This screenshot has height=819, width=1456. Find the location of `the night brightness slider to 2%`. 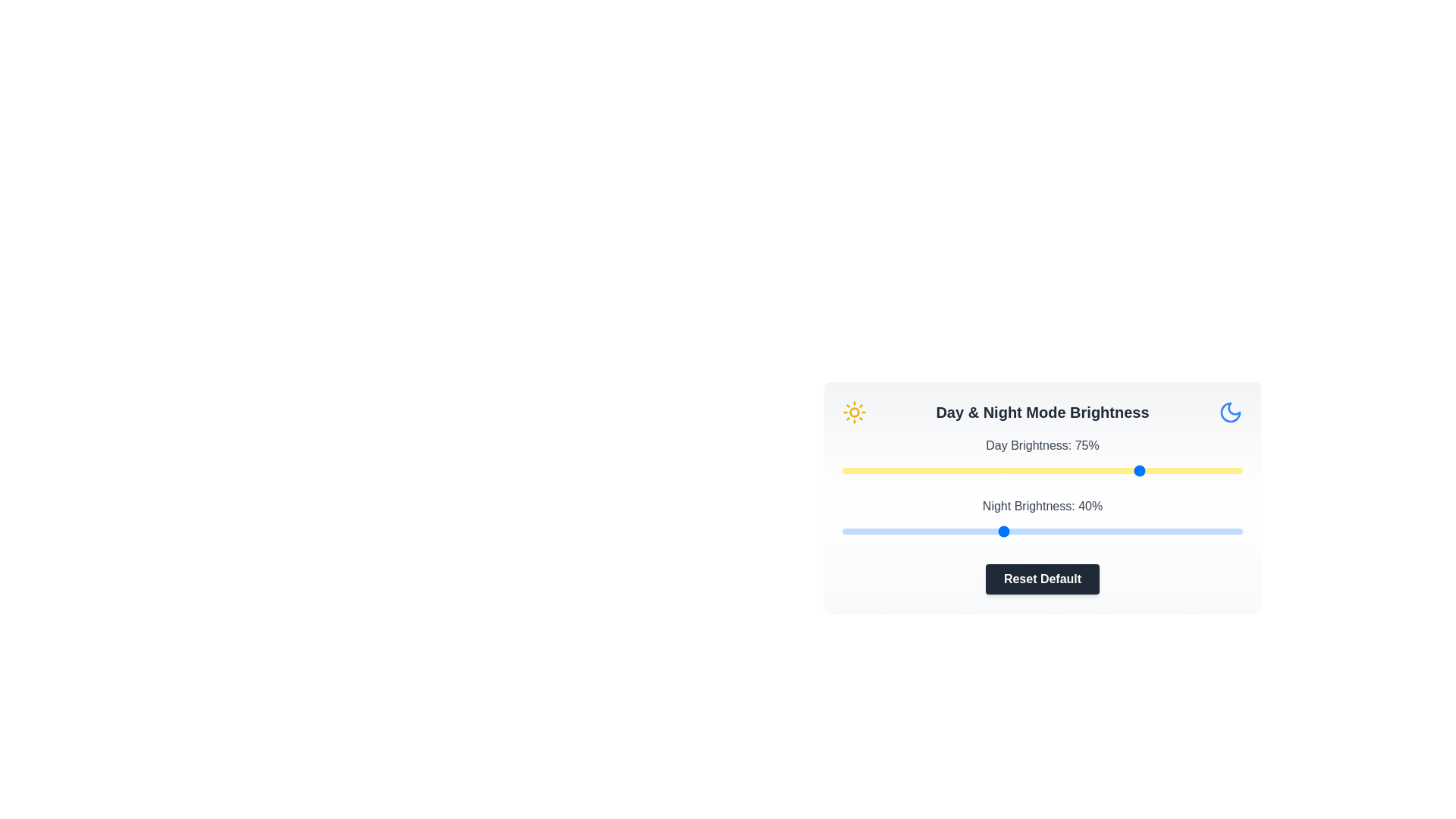

the night brightness slider to 2% is located at coordinates (850, 531).